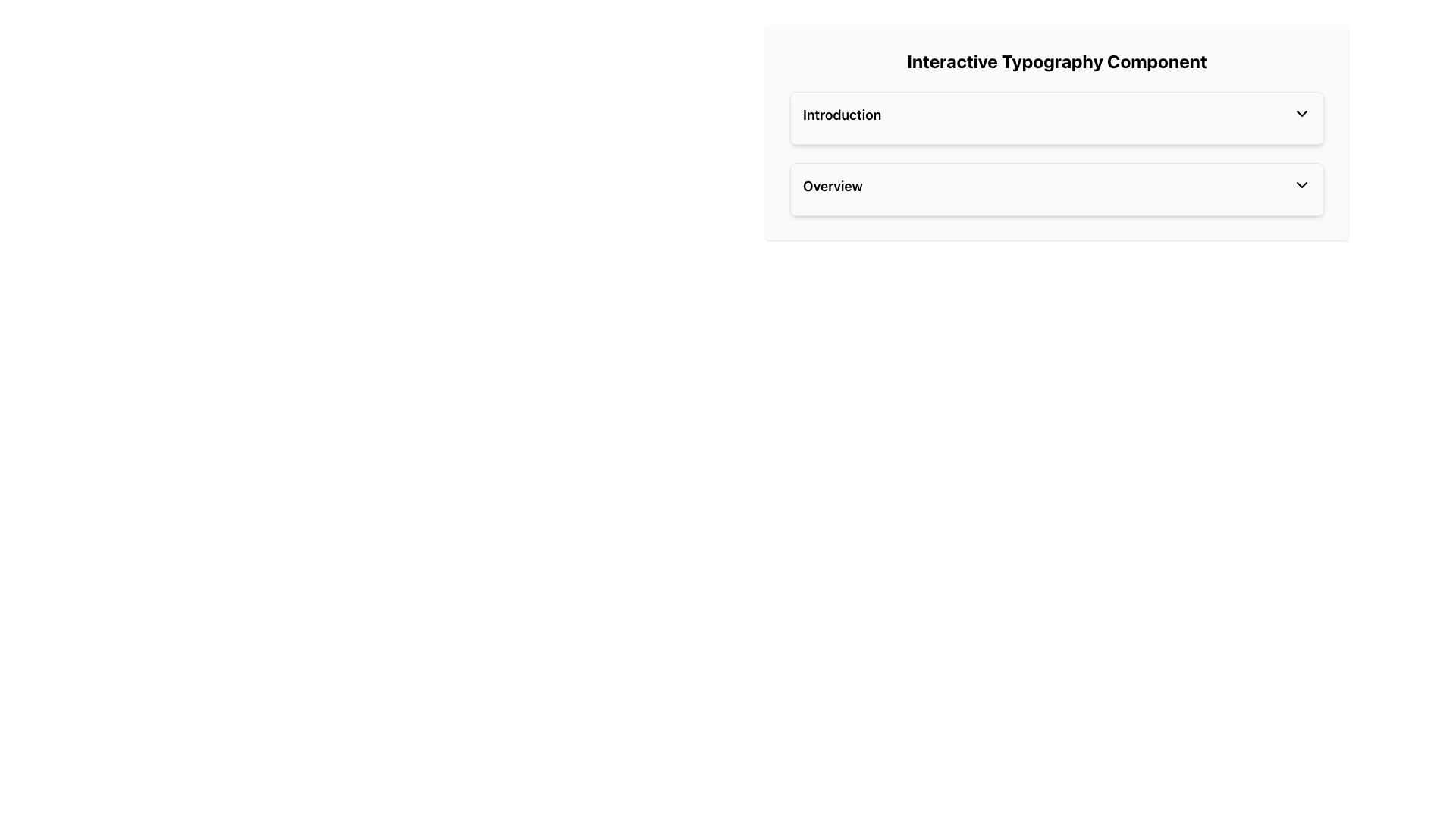 Image resolution: width=1456 pixels, height=819 pixels. What do you see at coordinates (1056, 131) in the screenshot?
I see `the 'Interactive Typography Component' Collapsible Panel` at bounding box center [1056, 131].